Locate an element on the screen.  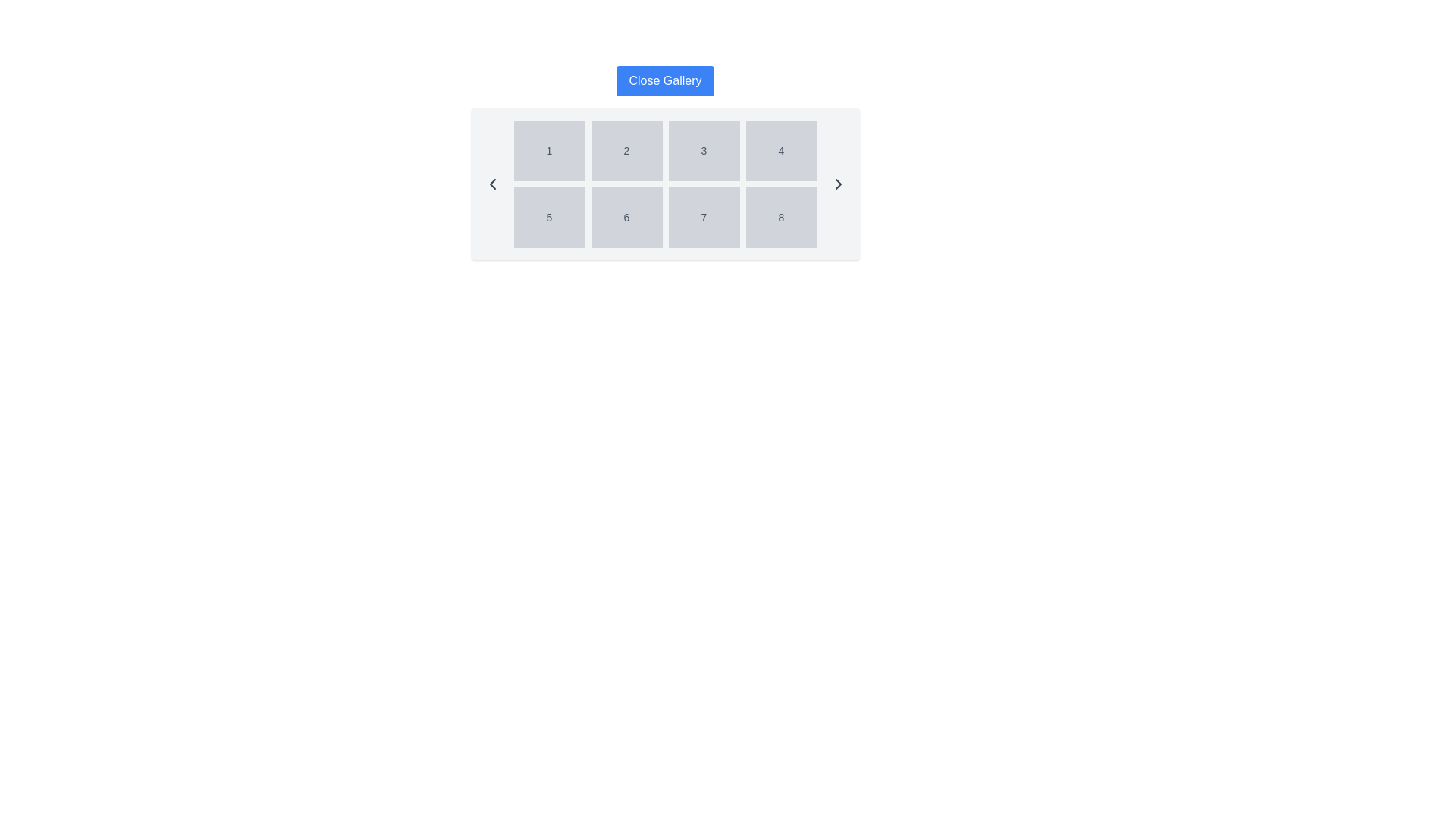
the Icon Button located to the right of the gallery grid is located at coordinates (837, 184).